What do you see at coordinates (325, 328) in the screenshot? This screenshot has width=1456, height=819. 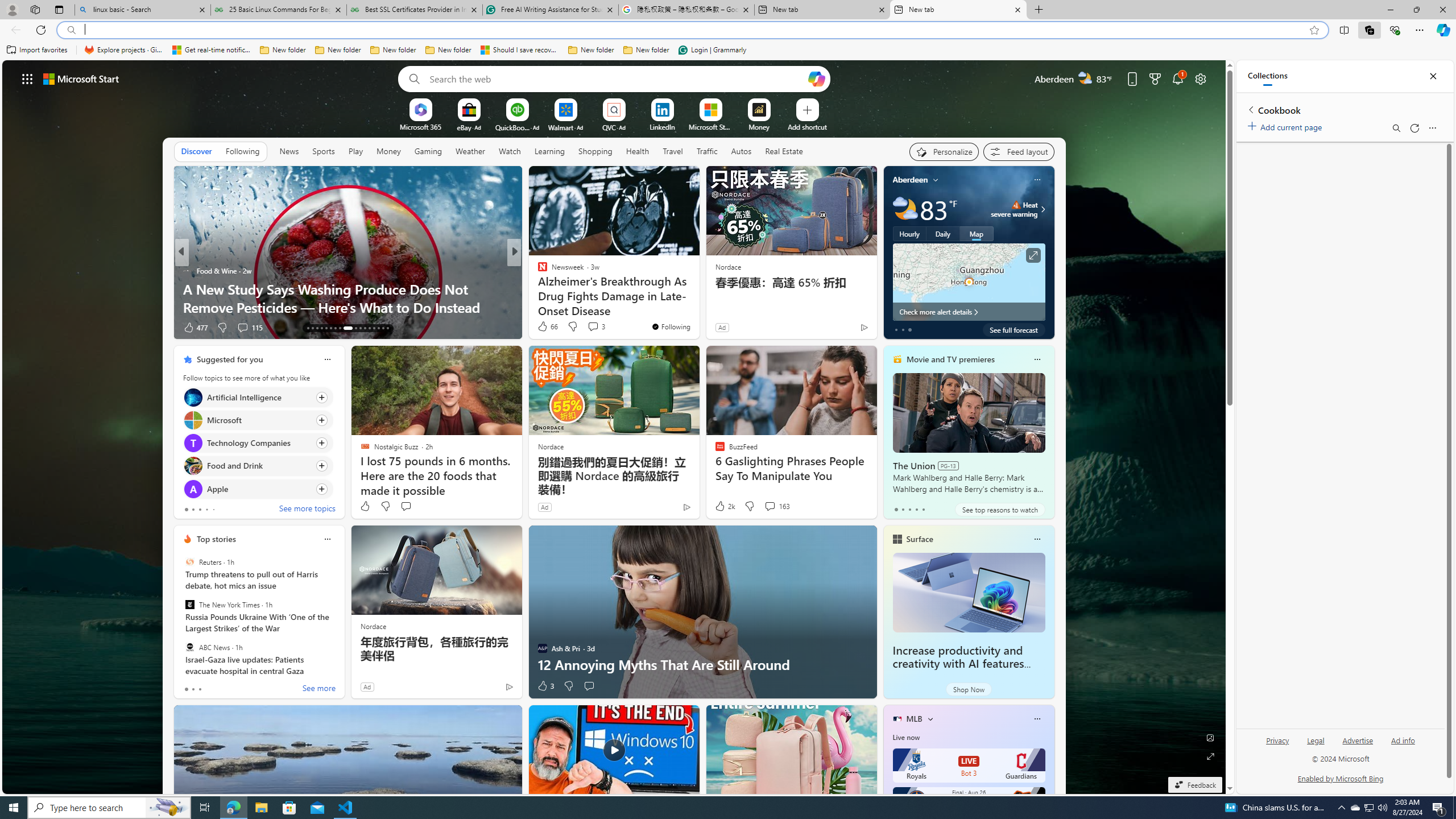 I see `'AutomationID: tab-17'` at bounding box center [325, 328].